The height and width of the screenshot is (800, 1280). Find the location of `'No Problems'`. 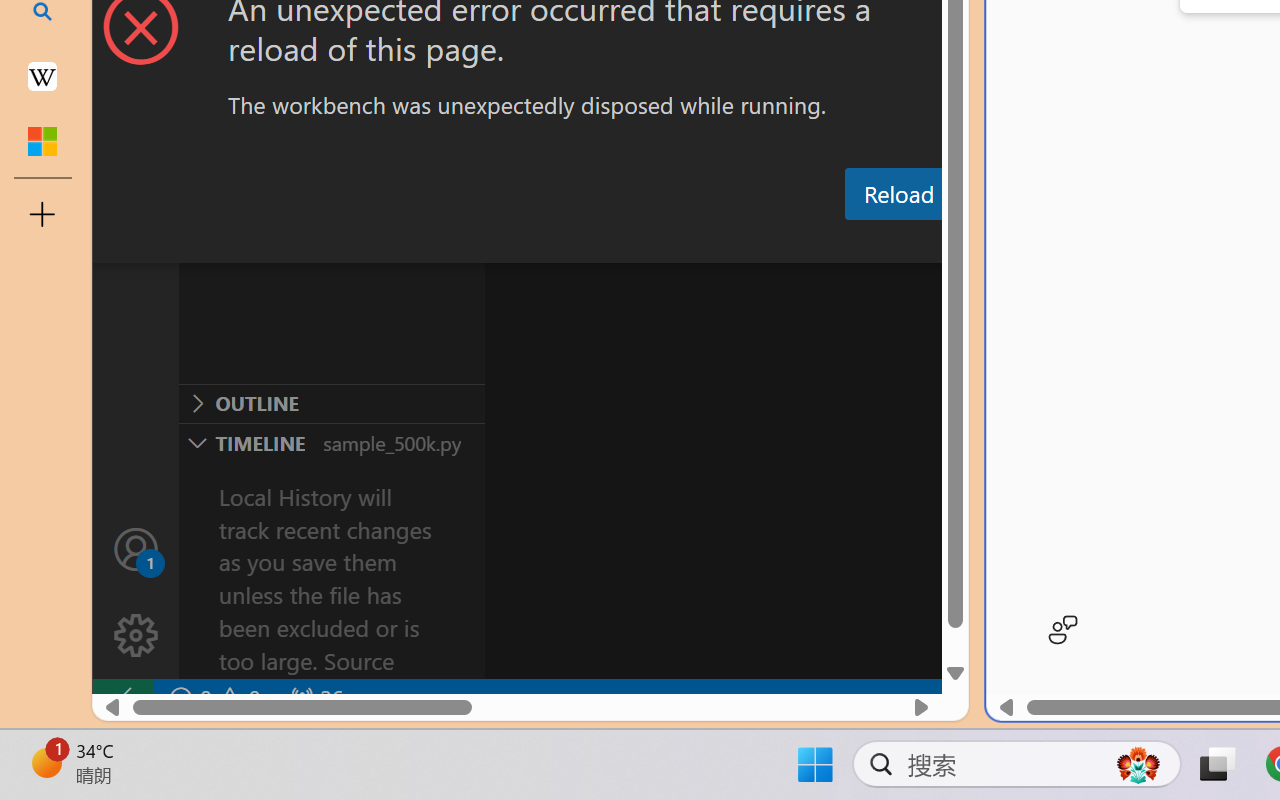

'No Problems' is located at coordinates (213, 698).